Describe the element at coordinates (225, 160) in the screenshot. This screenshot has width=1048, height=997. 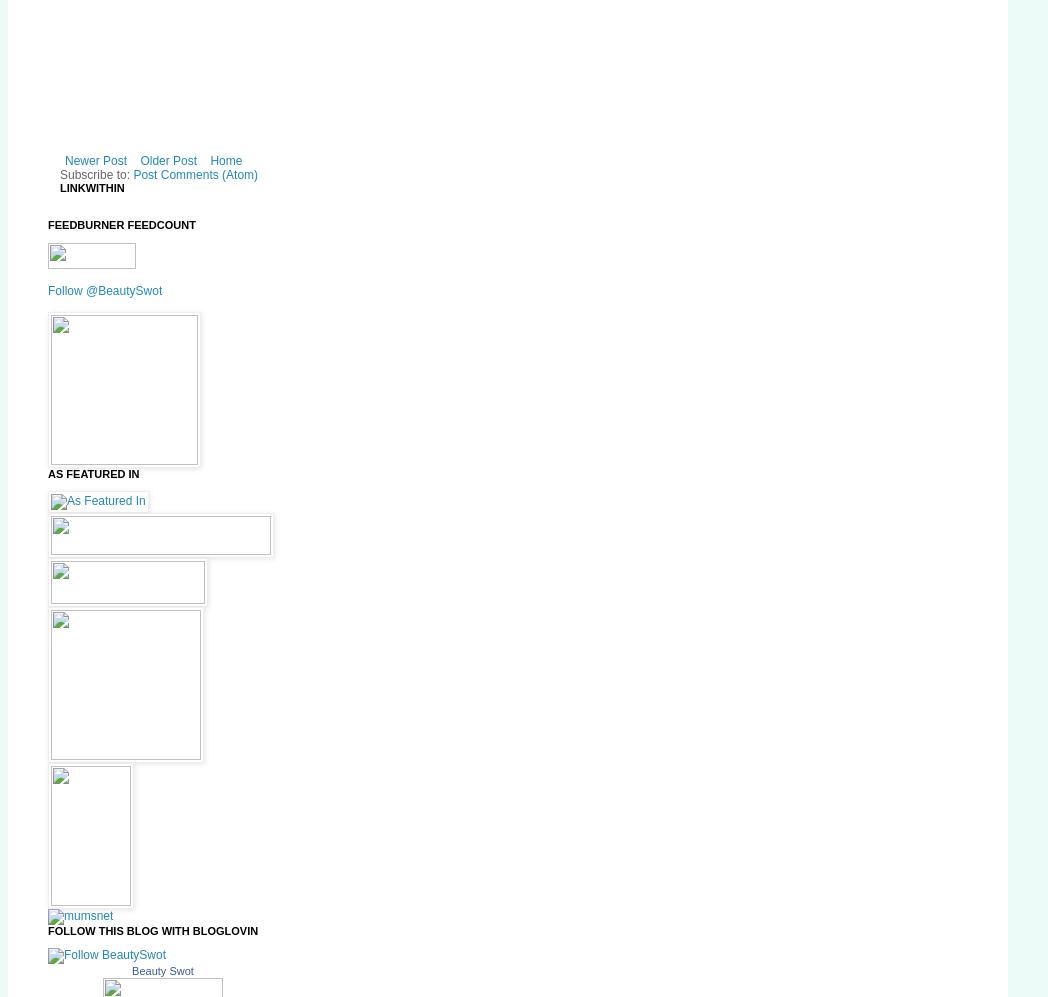
I see `'Home'` at that location.